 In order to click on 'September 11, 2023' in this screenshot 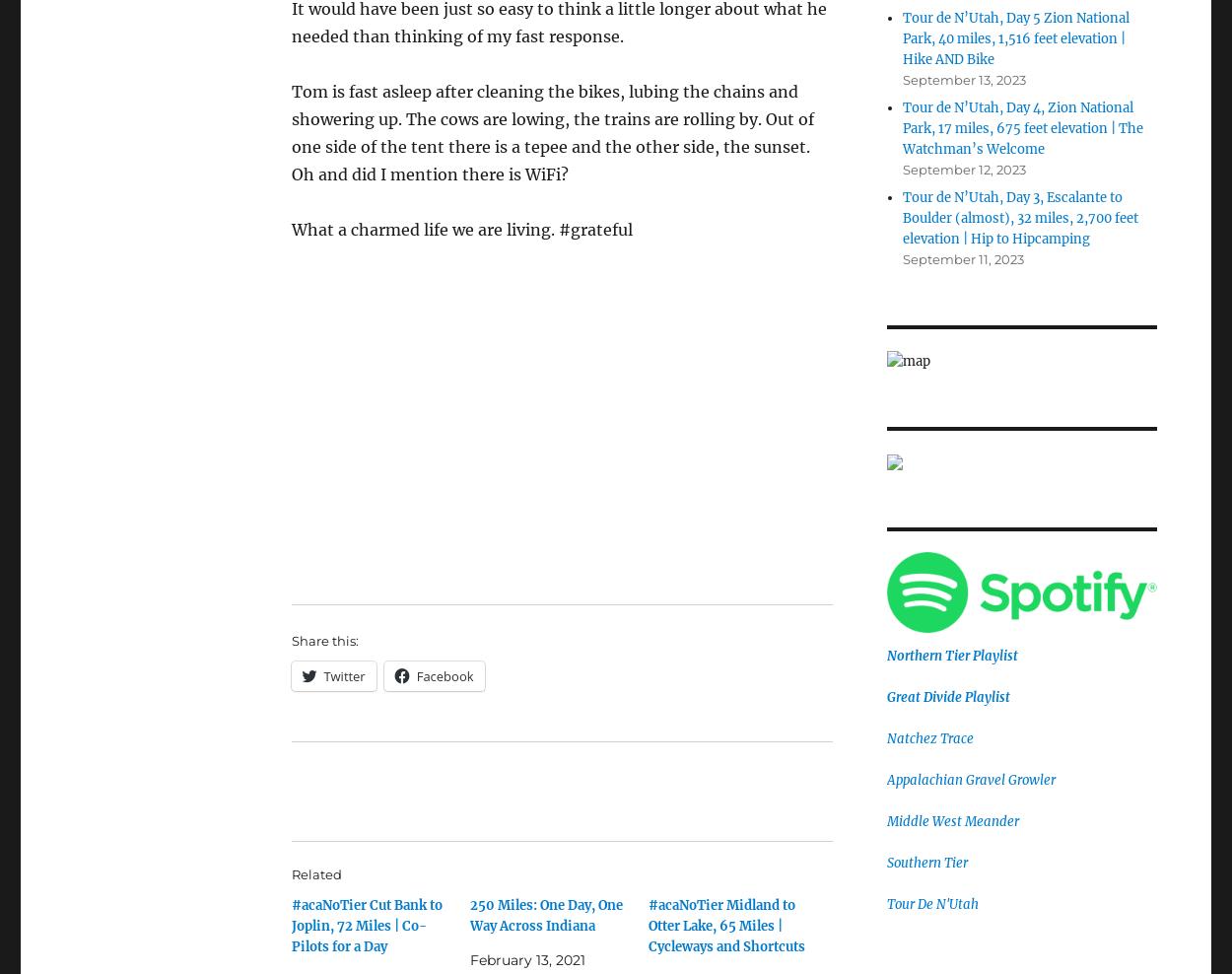, I will do `click(961, 257)`.